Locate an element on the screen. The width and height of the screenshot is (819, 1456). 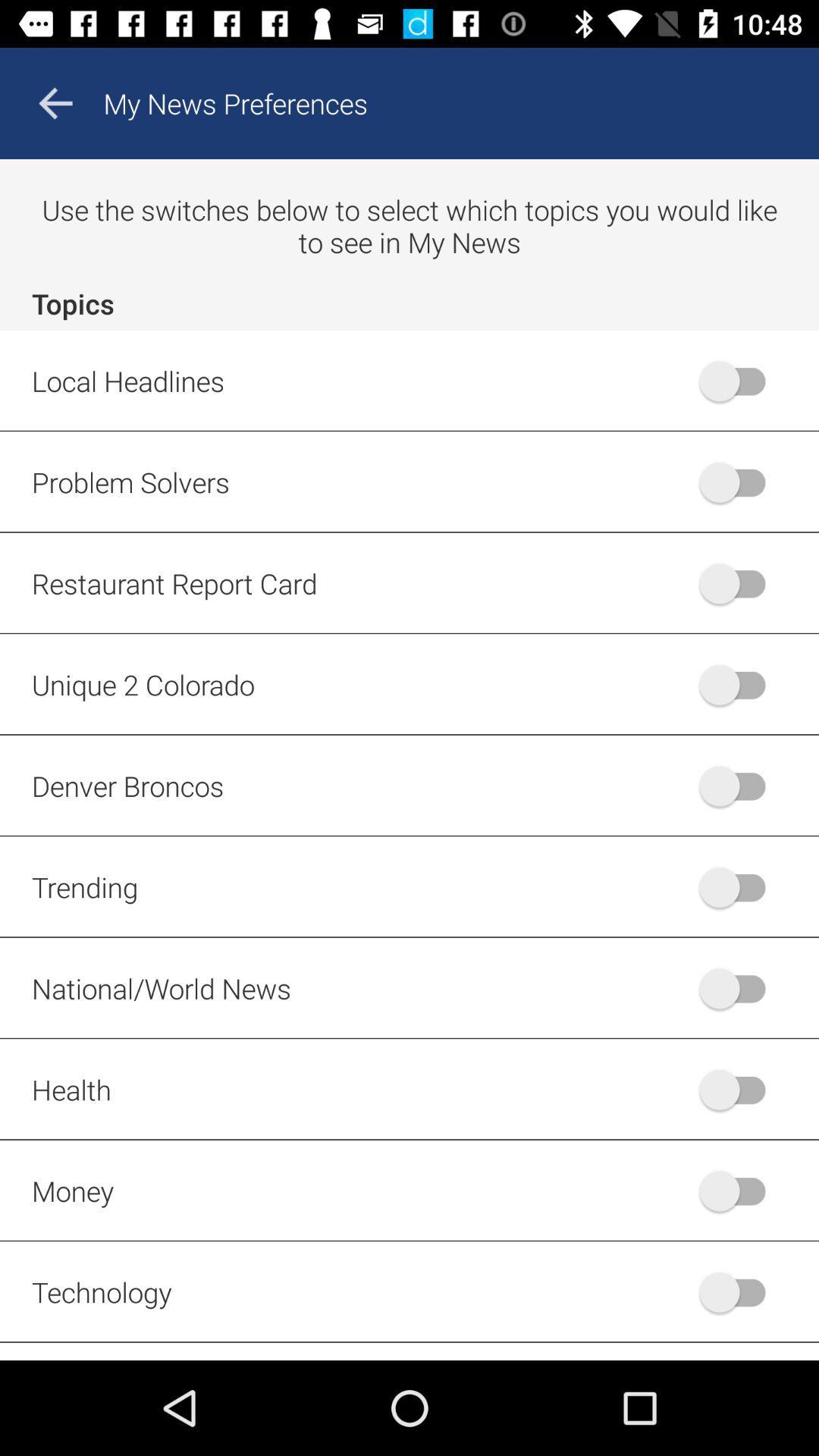
the switch button which is beside text problem solvers is located at coordinates (739, 481).